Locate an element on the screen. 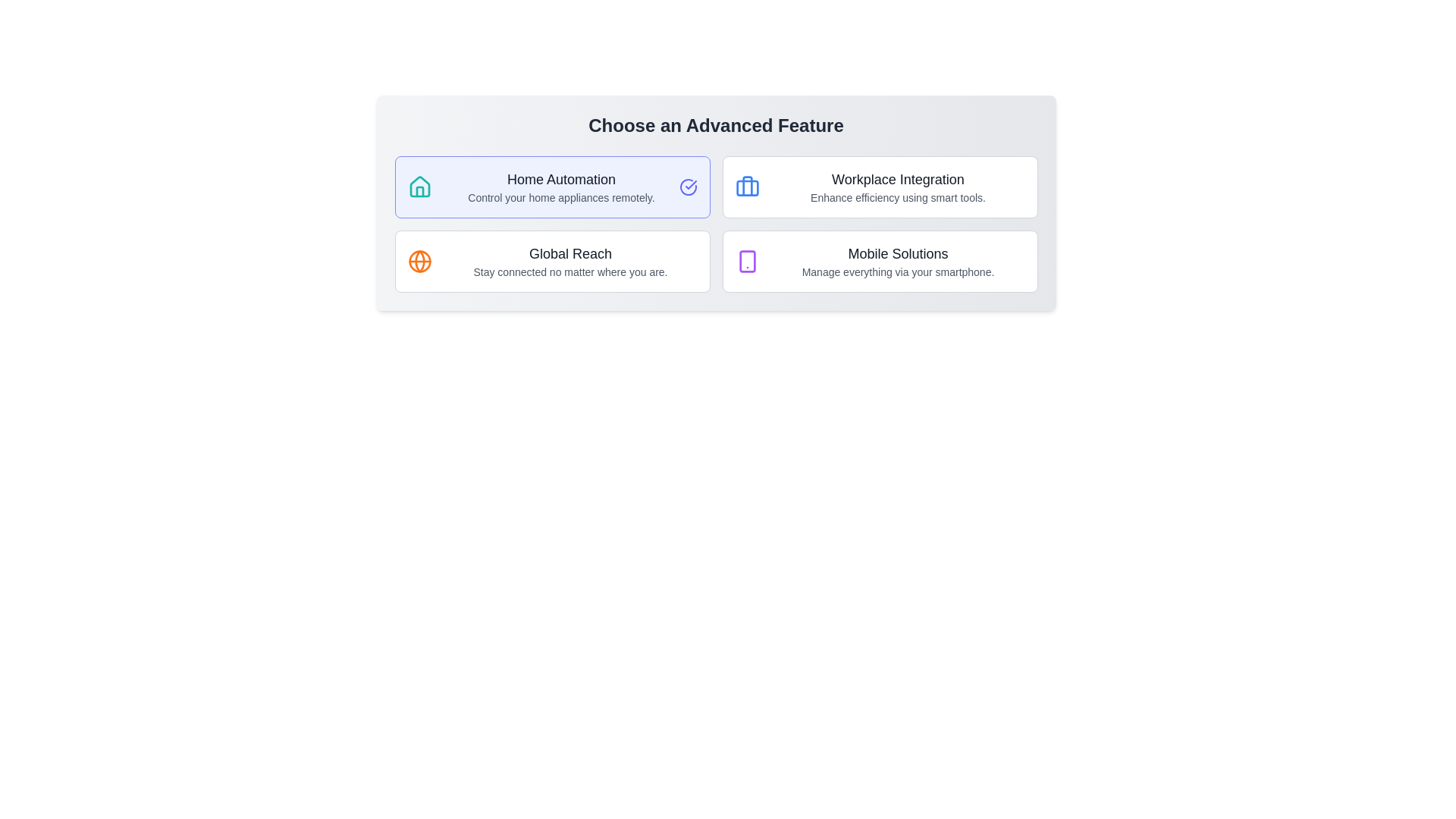 The width and height of the screenshot is (1456, 819). the Text Label element that reads 'Control your home appliances remotely.', which is styled with a smaller gray font and positioned below the 'Home Automation' title is located at coordinates (560, 197).